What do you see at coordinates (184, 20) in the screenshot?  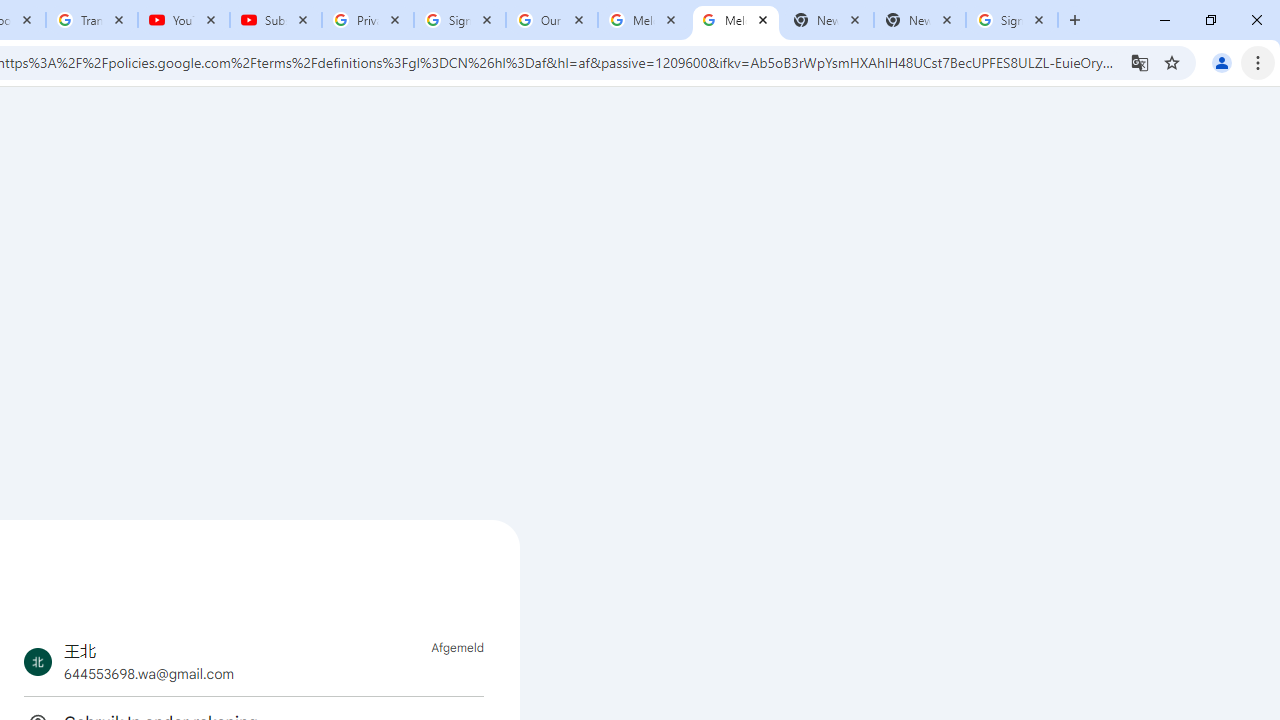 I see `'YouTube'` at bounding box center [184, 20].